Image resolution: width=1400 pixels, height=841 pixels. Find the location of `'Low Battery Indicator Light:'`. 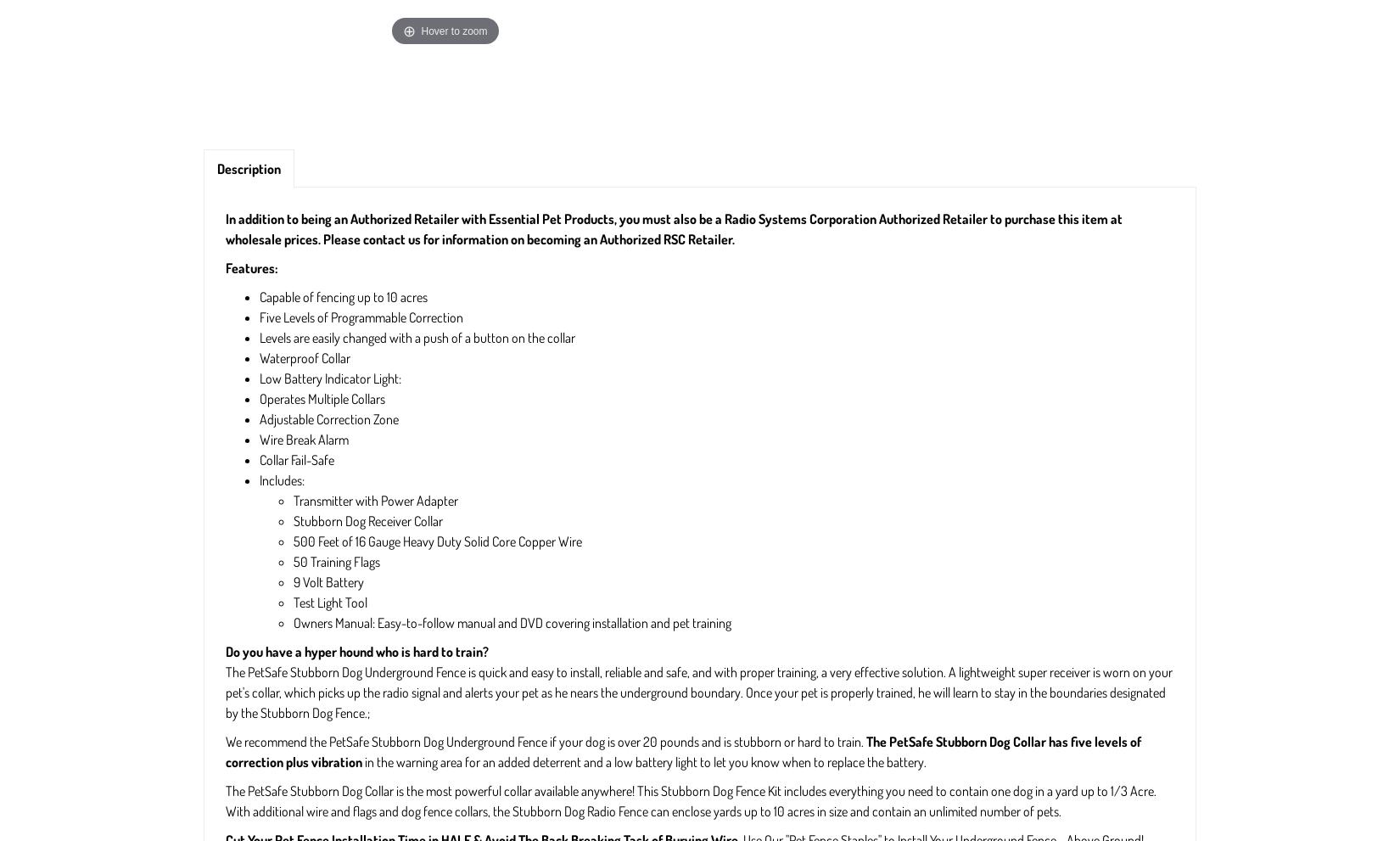

'Low Battery Indicator Light:' is located at coordinates (330, 378).